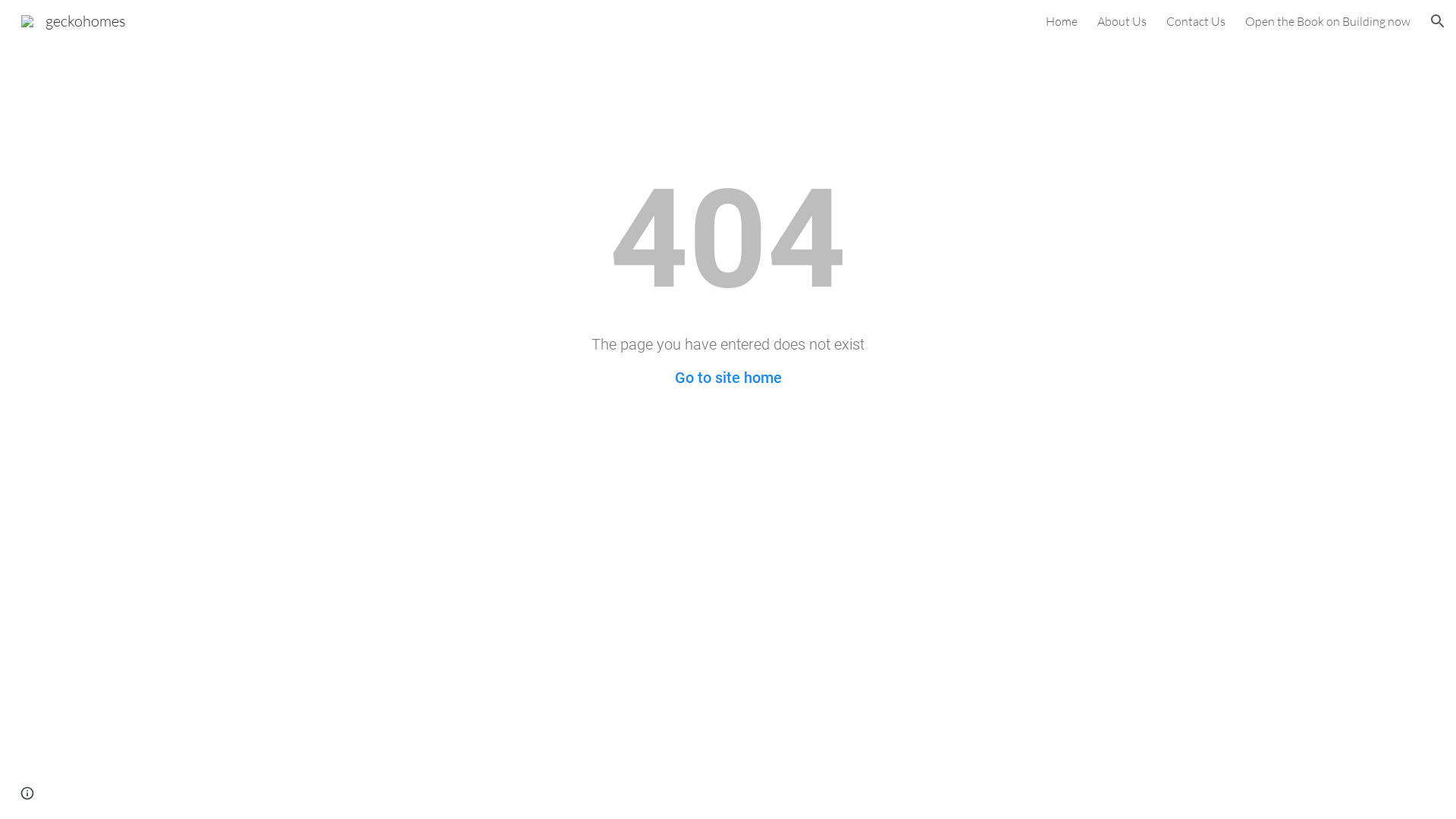  I want to click on 'About Us', so click(1122, 20).